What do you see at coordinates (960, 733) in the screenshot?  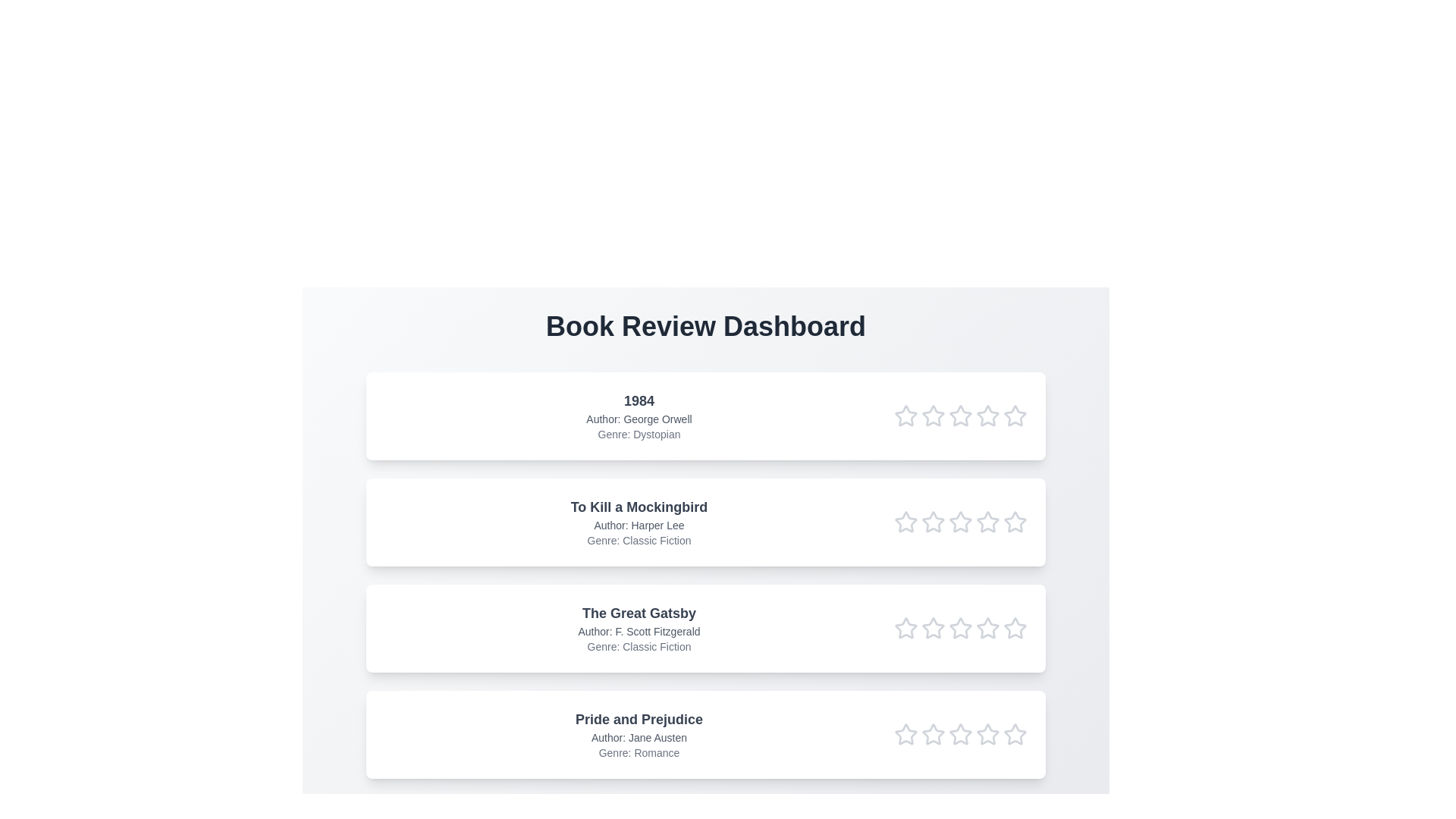 I see `the star corresponding to 3 in the rating row of the book titled Pride and Prejudice` at bounding box center [960, 733].